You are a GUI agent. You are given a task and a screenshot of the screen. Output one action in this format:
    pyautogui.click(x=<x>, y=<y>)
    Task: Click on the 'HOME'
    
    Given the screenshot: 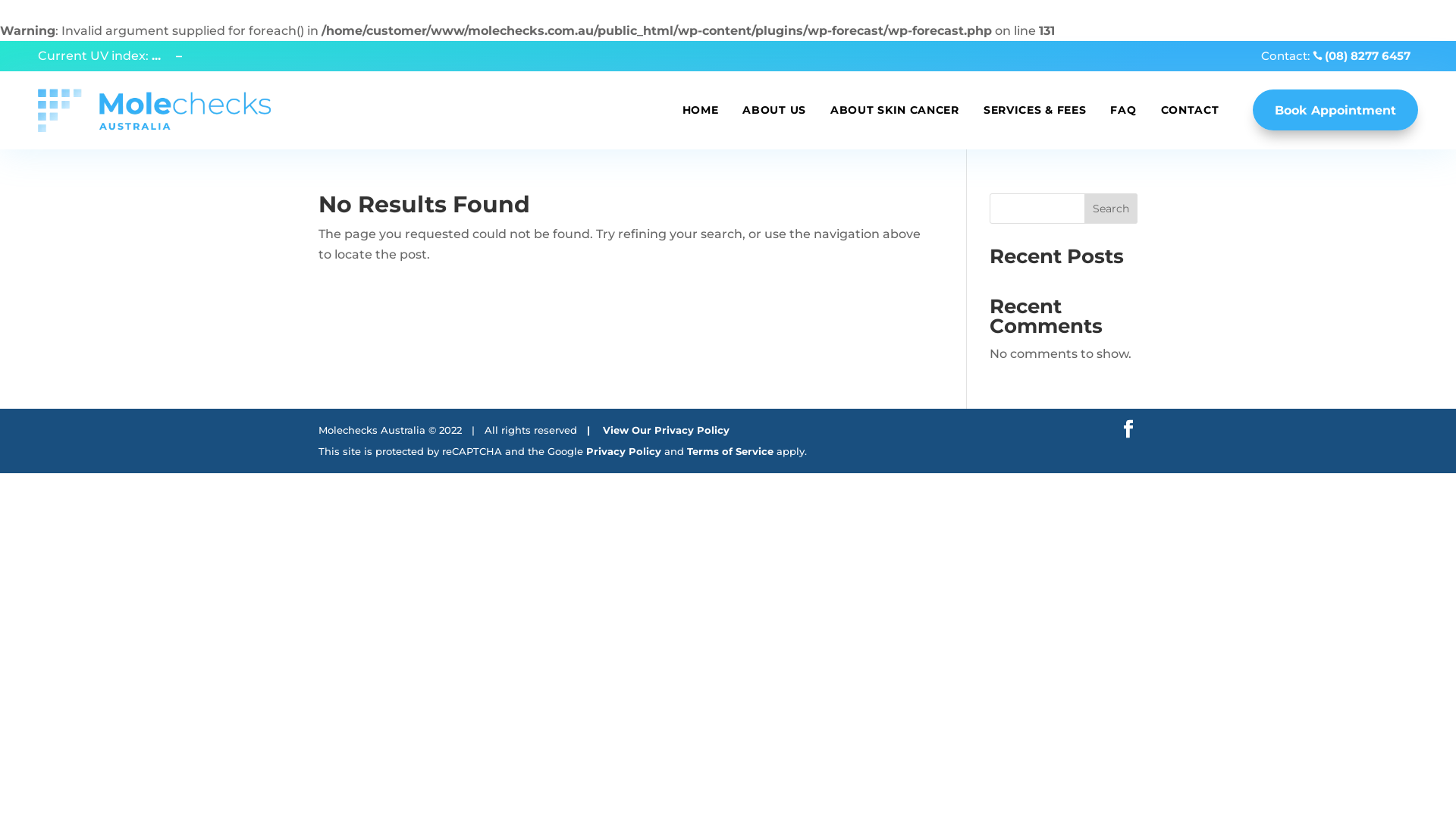 What is the action you would take?
    pyautogui.click(x=700, y=109)
    